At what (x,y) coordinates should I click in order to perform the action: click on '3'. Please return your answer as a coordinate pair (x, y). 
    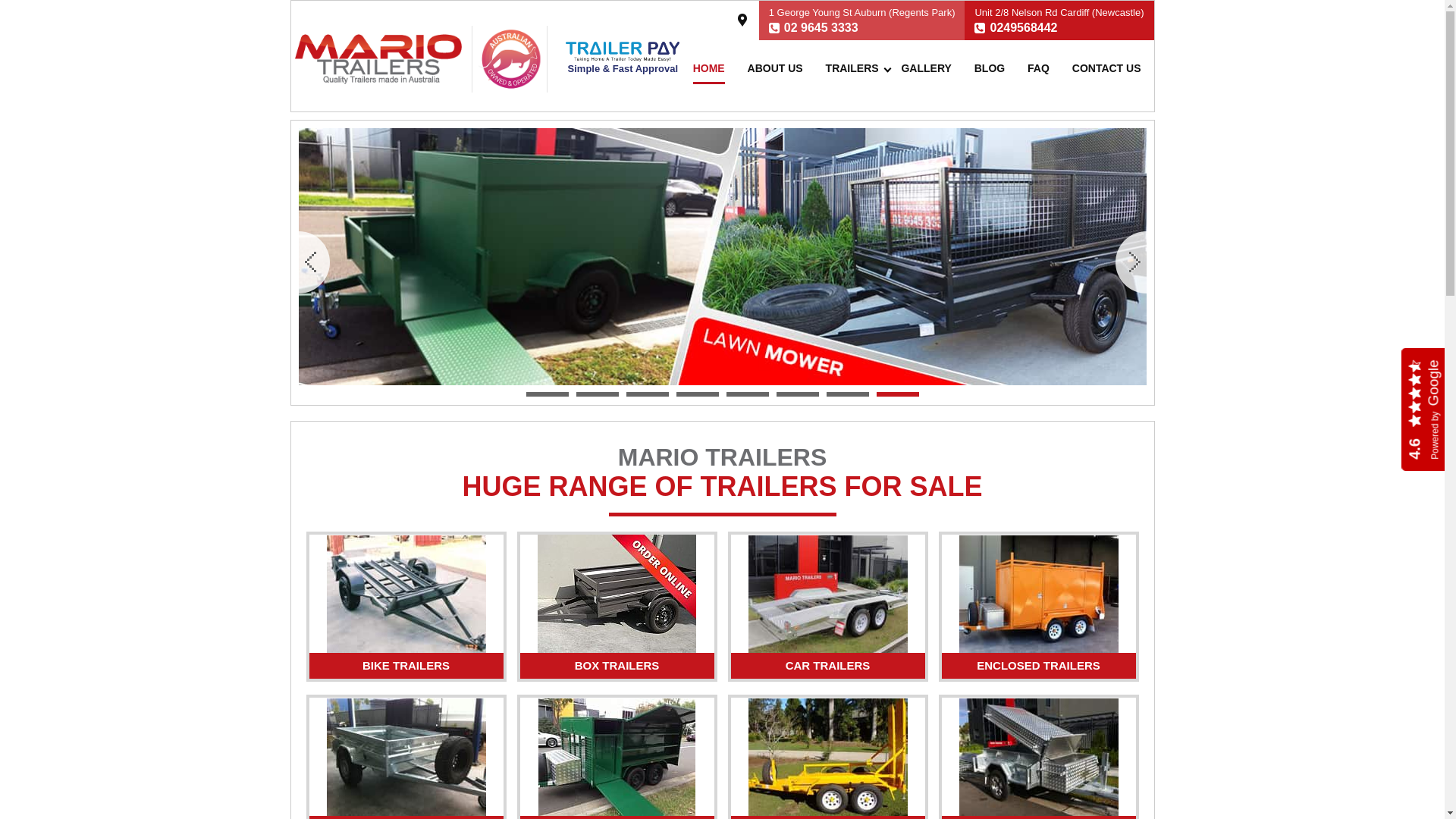
    Looking at the image, I should click on (648, 394).